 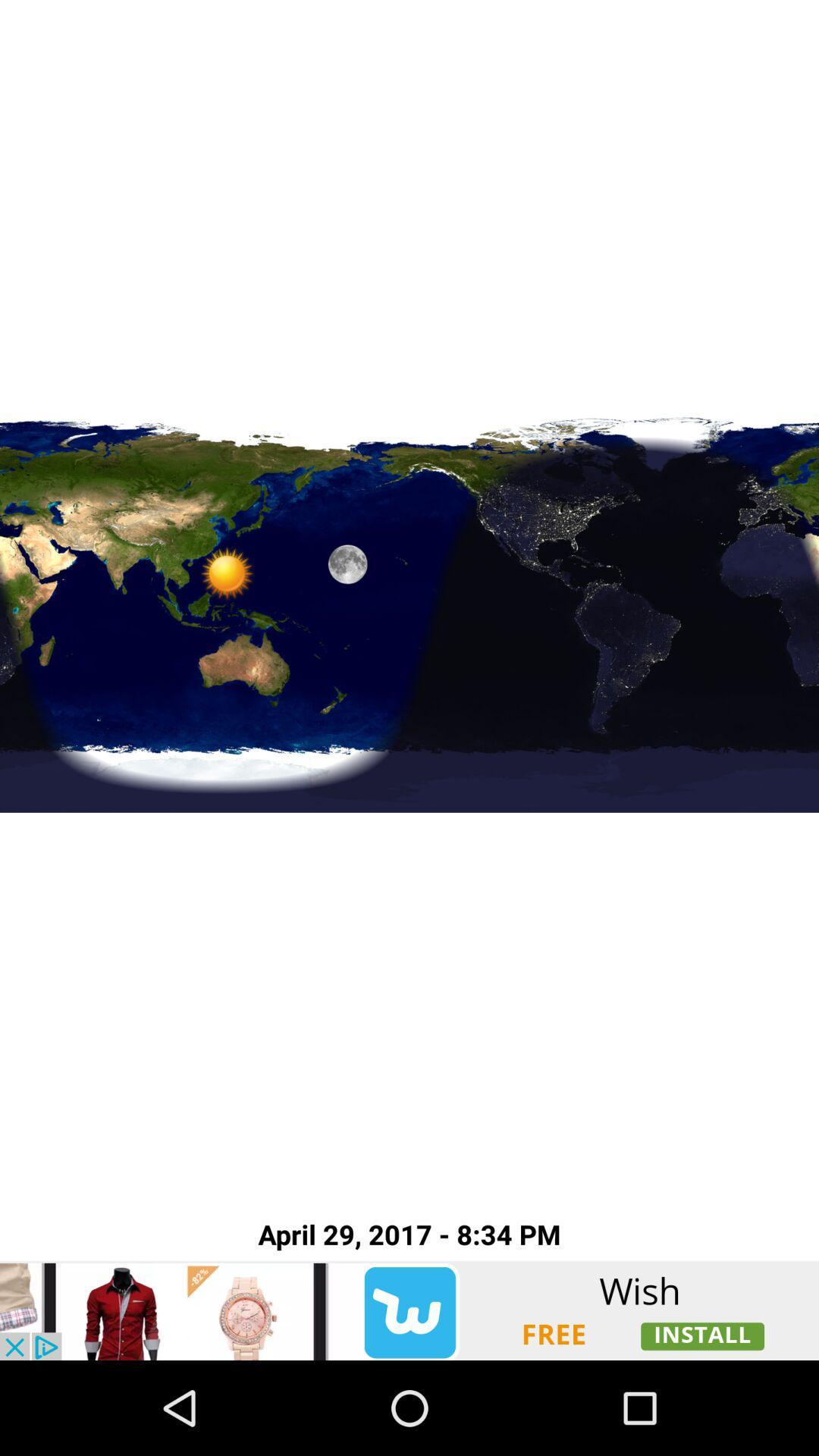 What do you see at coordinates (409, 1310) in the screenshot?
I see `install wish app` at bounding box center [409, 1310].